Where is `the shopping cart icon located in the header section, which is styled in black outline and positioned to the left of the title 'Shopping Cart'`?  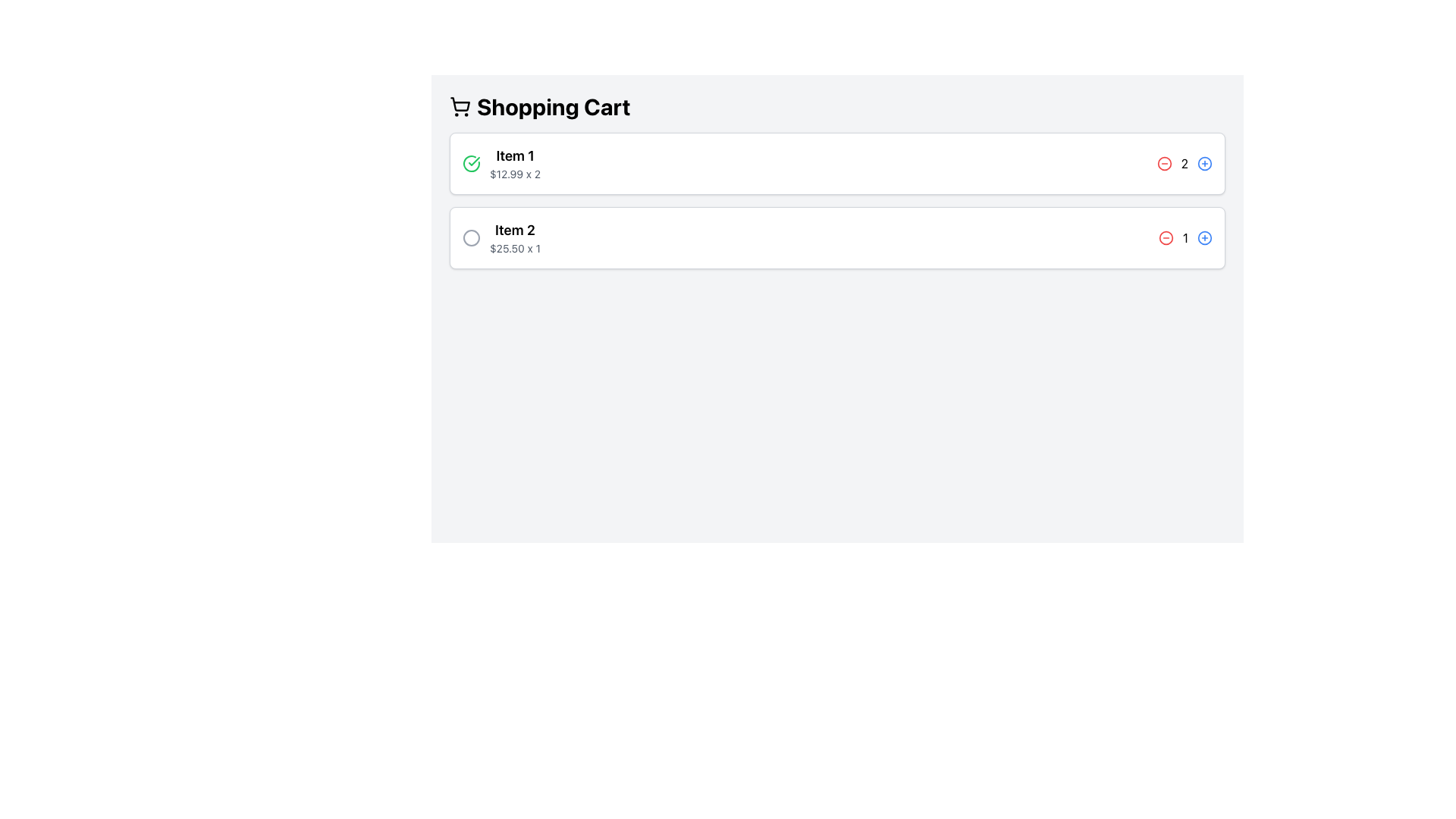
the shopping cart icon located in the header section, which is styled in black outline and positioned to the left of the title 'Shopping Cart' is located at coordinates (460, 103).